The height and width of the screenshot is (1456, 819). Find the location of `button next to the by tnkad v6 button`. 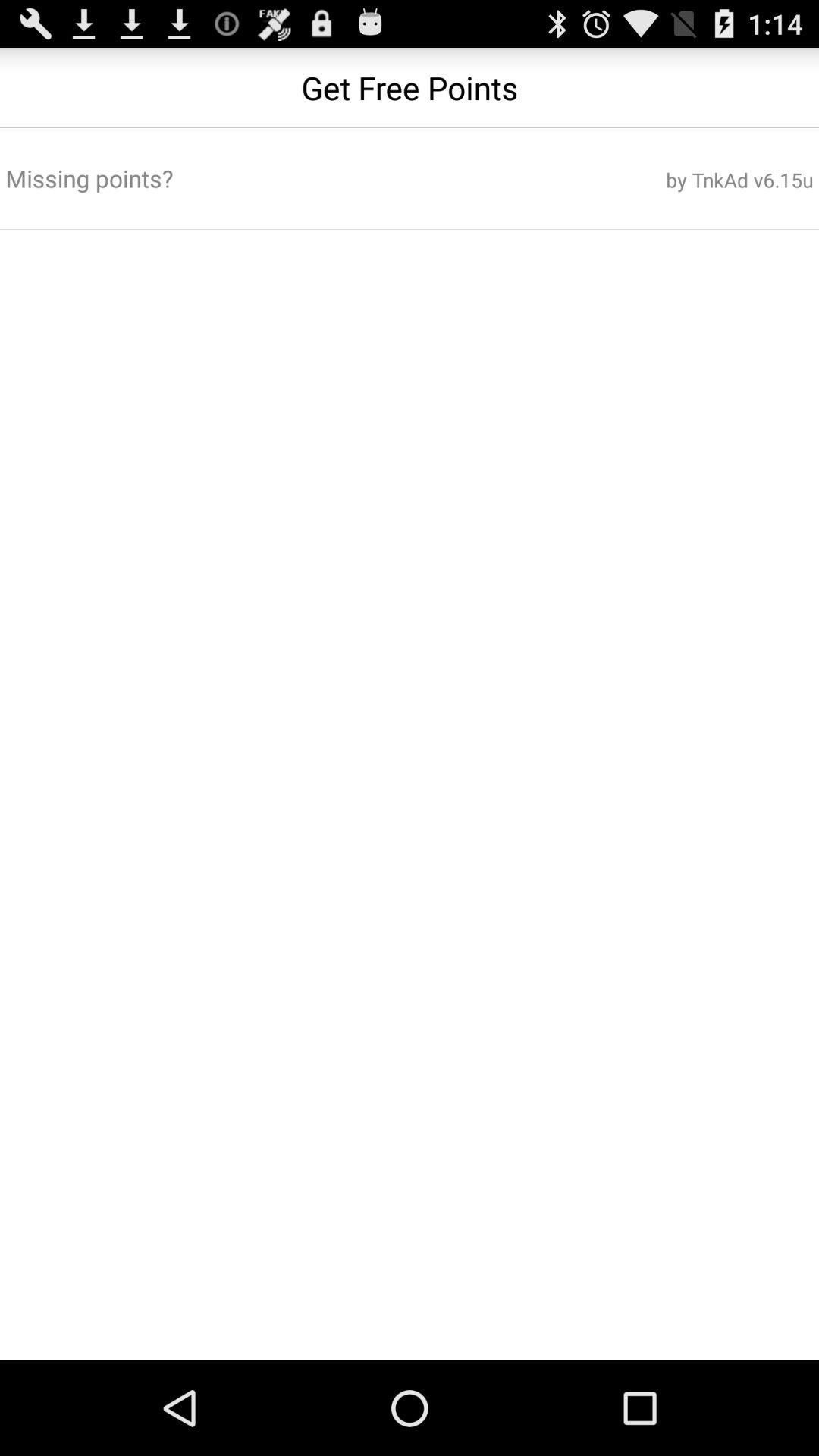

button next to the by tnkad v6 button is located at coordinates (274, 178).